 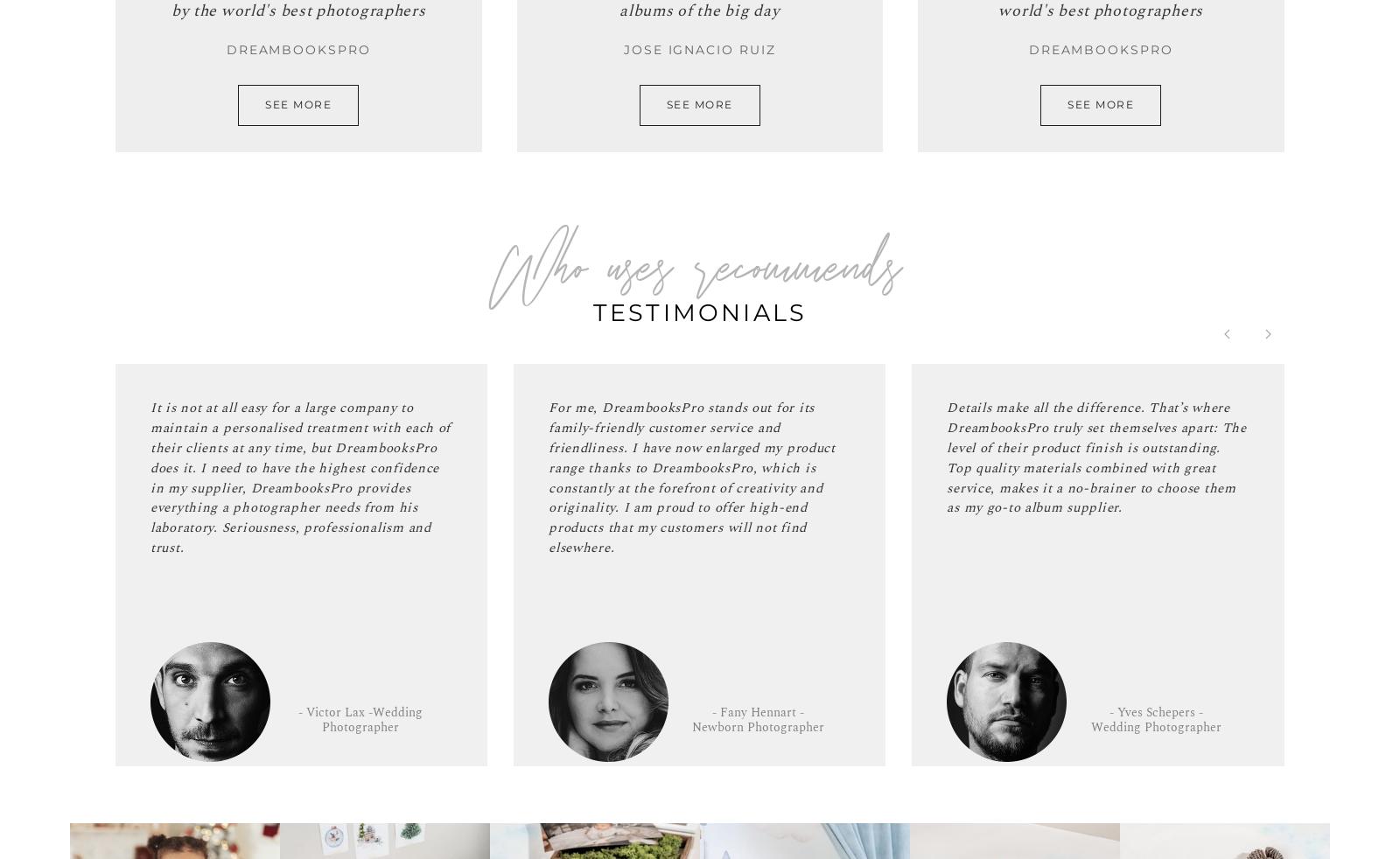 What do you see at coordinates (757, 720) in the screenshot?
I see `'- Fany Hennart -Newborn Photographer'` at bounding box center [757, 720].